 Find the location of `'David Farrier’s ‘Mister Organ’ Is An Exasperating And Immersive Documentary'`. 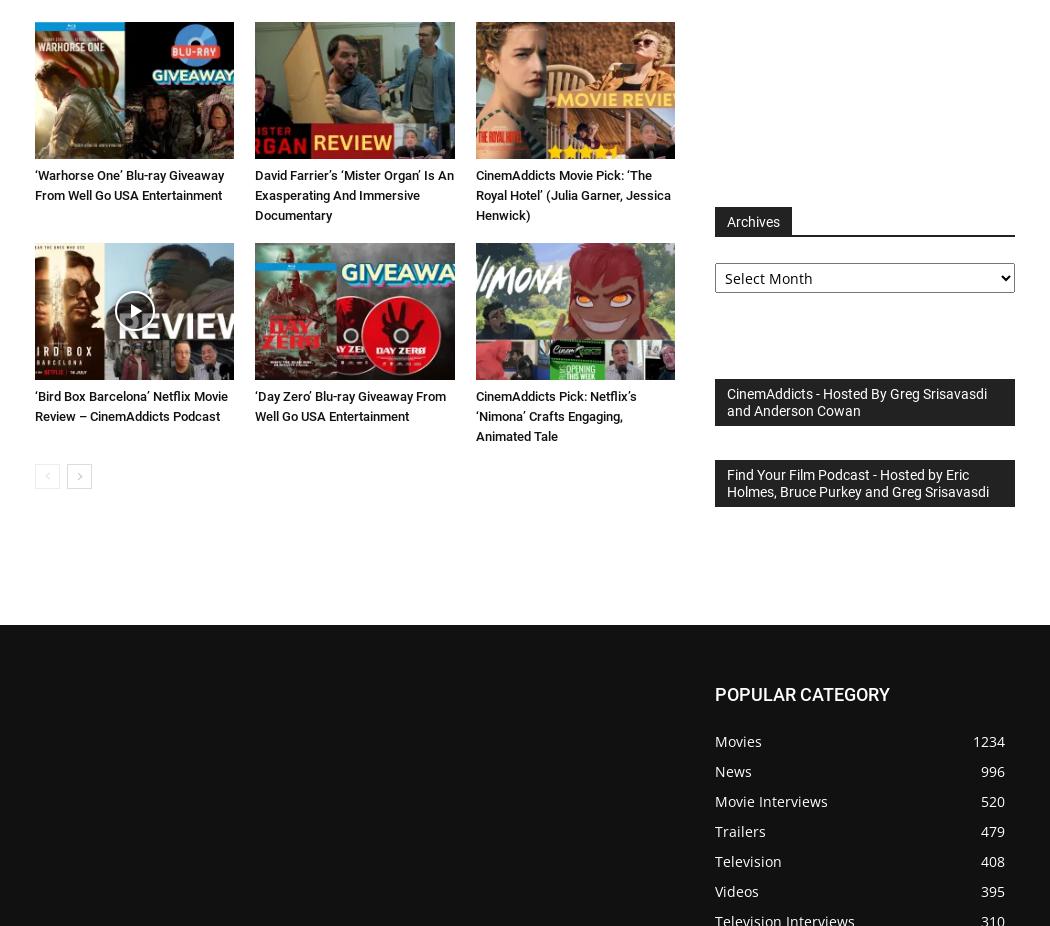

'David Farrier’s ‘Mister Organ’ Is An Exasperating And Immersive Documentary' is located at coordinates (353, 193).